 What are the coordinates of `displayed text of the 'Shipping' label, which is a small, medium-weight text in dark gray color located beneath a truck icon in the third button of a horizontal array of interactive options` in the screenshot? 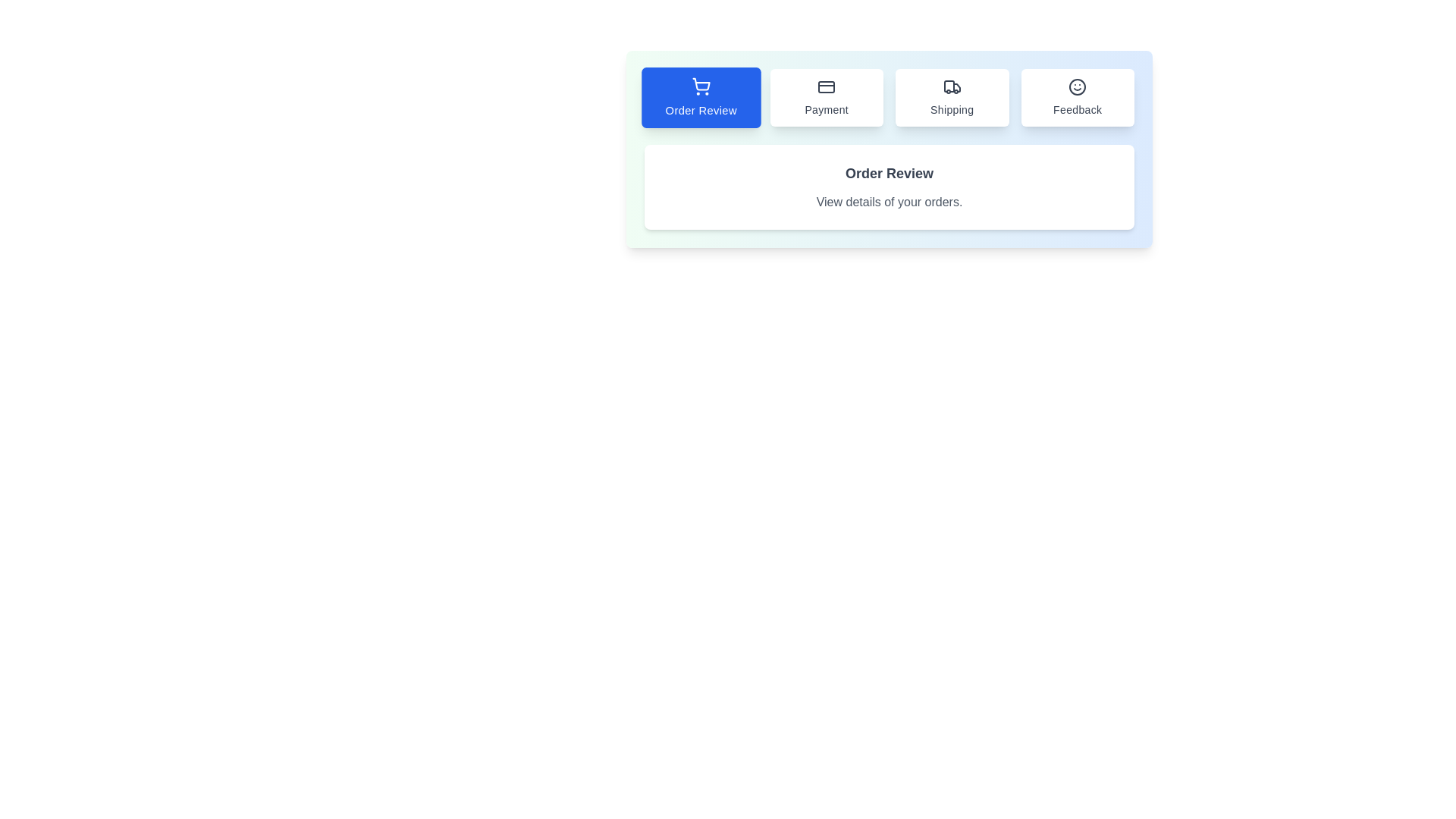 It's located at (951, 109).